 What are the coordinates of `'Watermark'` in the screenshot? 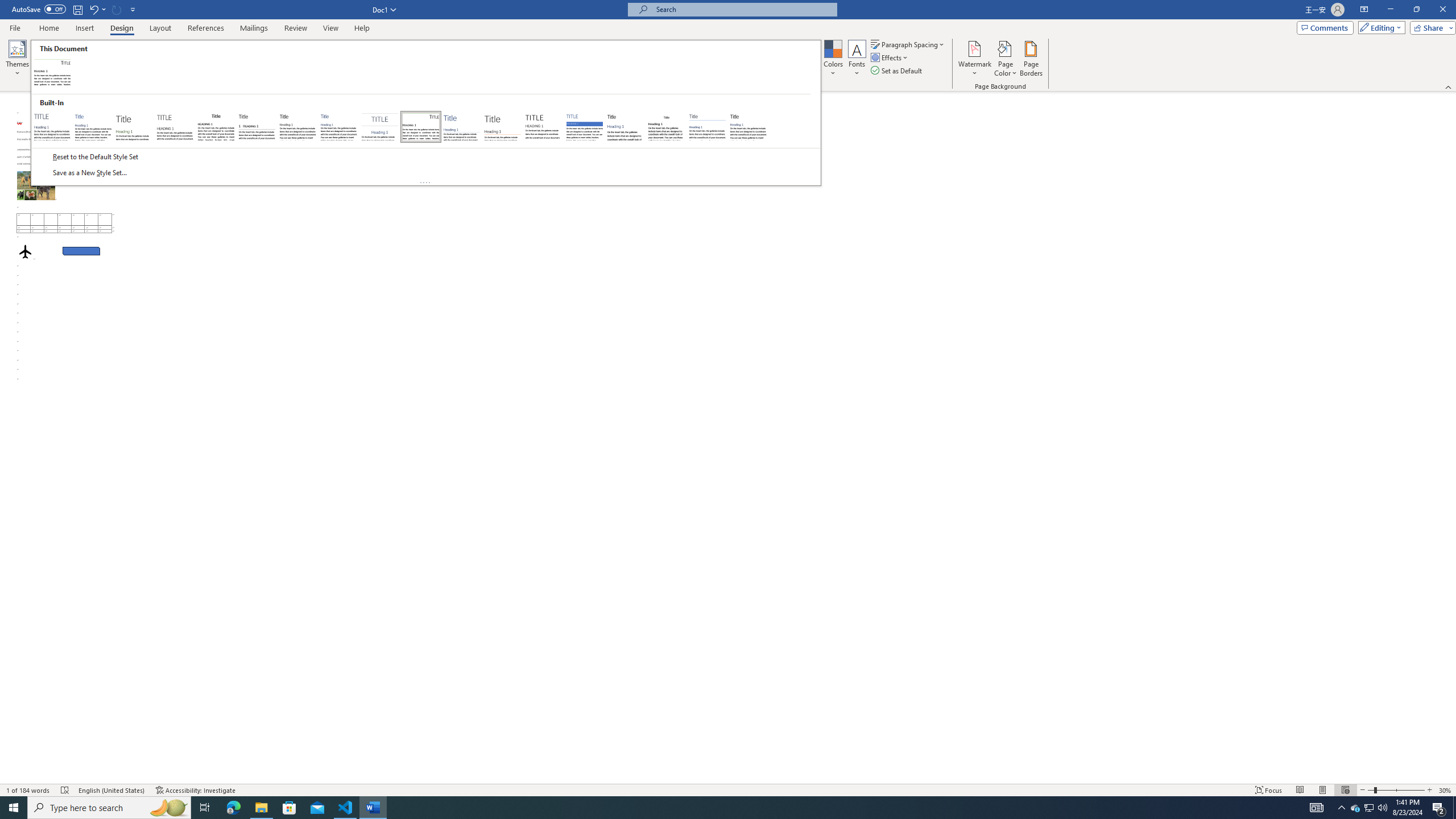 It's located at (974, 59).